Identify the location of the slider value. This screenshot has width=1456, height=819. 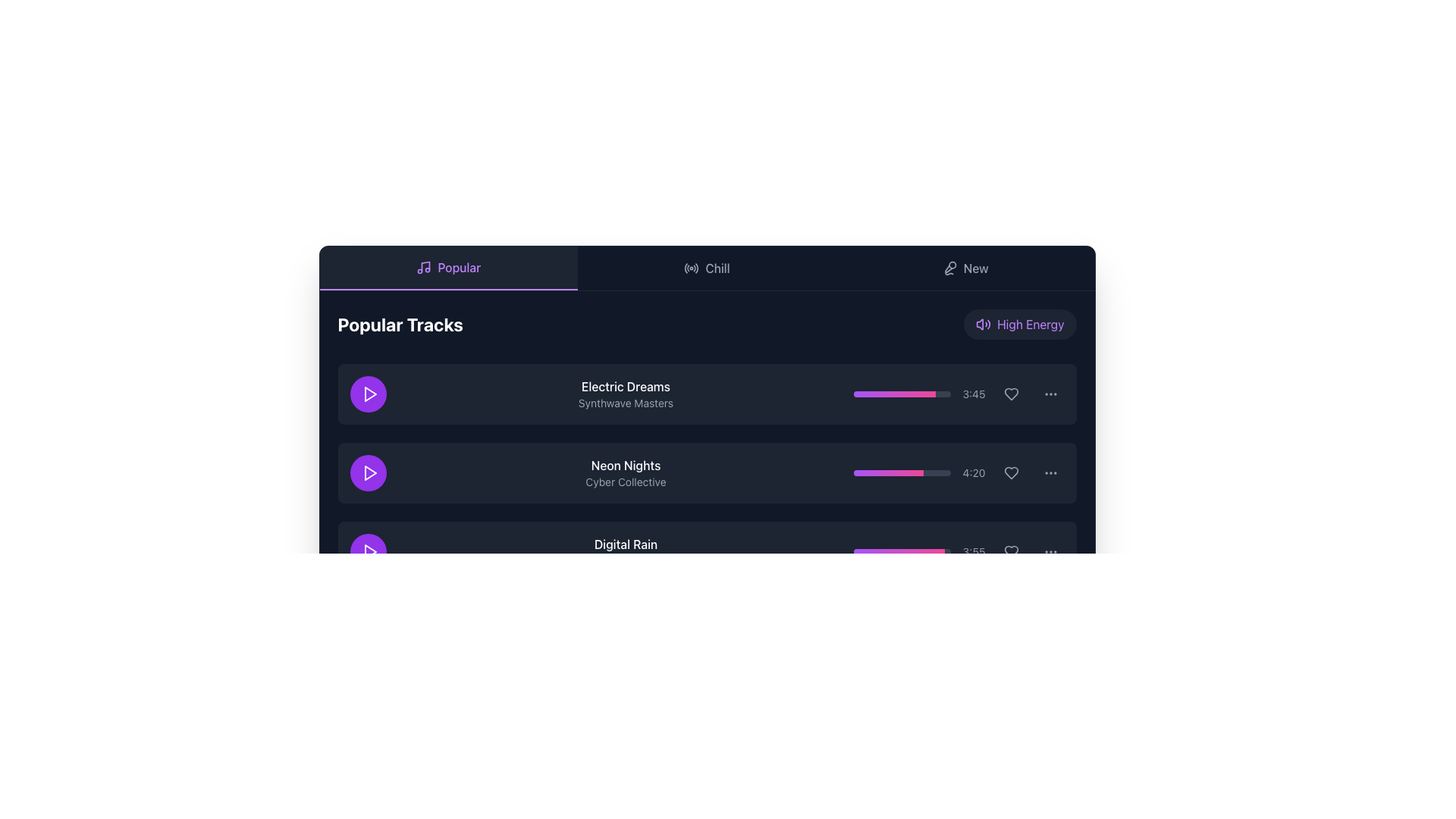
(943, 552).